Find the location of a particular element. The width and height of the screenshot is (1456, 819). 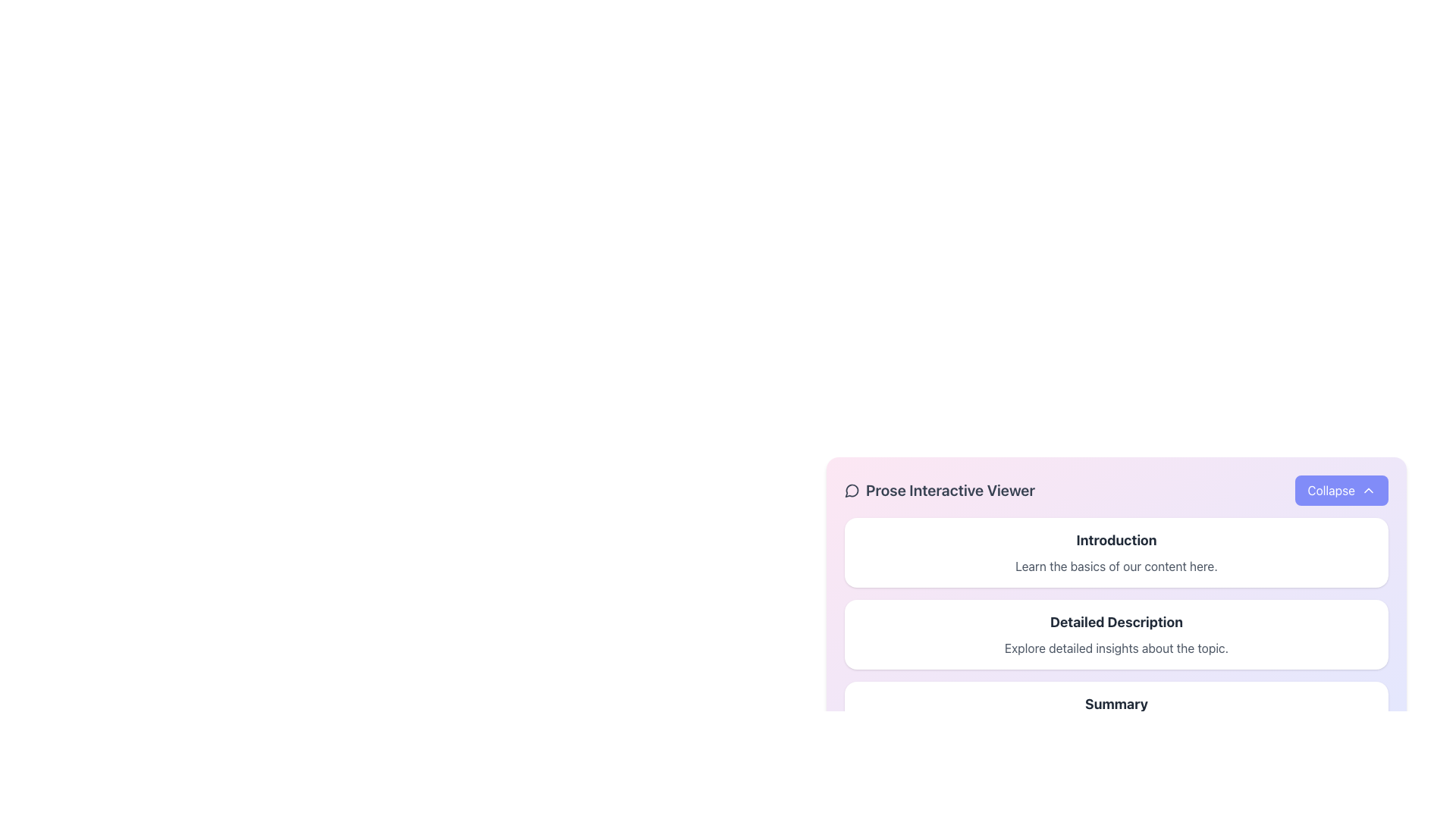

text of the header or title located at the top of the 'Summary' box, which indicates the content or topic of the section is located at coordinates (1116, 704).